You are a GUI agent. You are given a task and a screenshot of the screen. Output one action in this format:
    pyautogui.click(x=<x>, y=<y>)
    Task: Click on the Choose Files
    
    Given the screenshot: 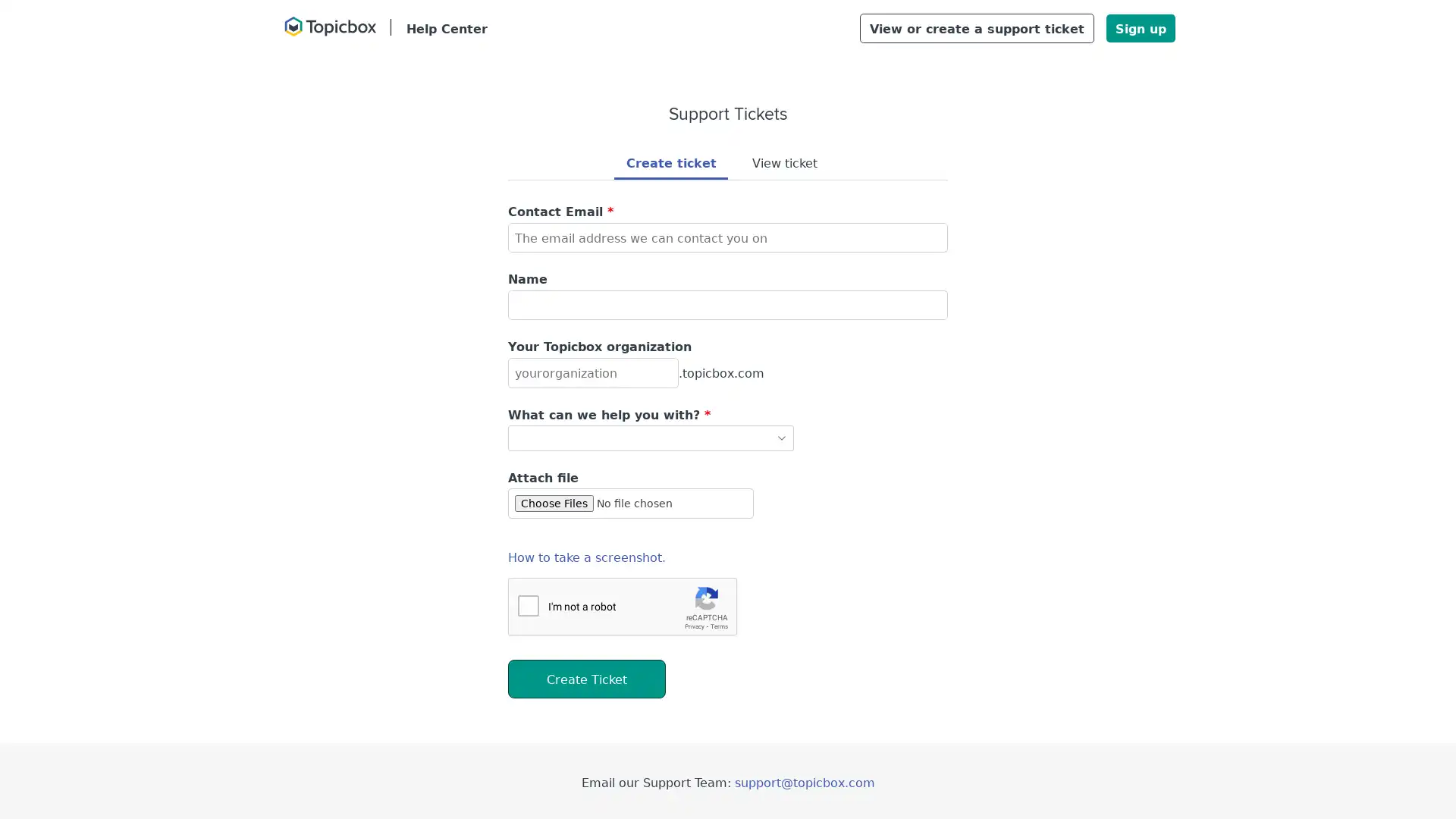 What is the action you would take?
    pyautogui.click(x=553, y=503)
    